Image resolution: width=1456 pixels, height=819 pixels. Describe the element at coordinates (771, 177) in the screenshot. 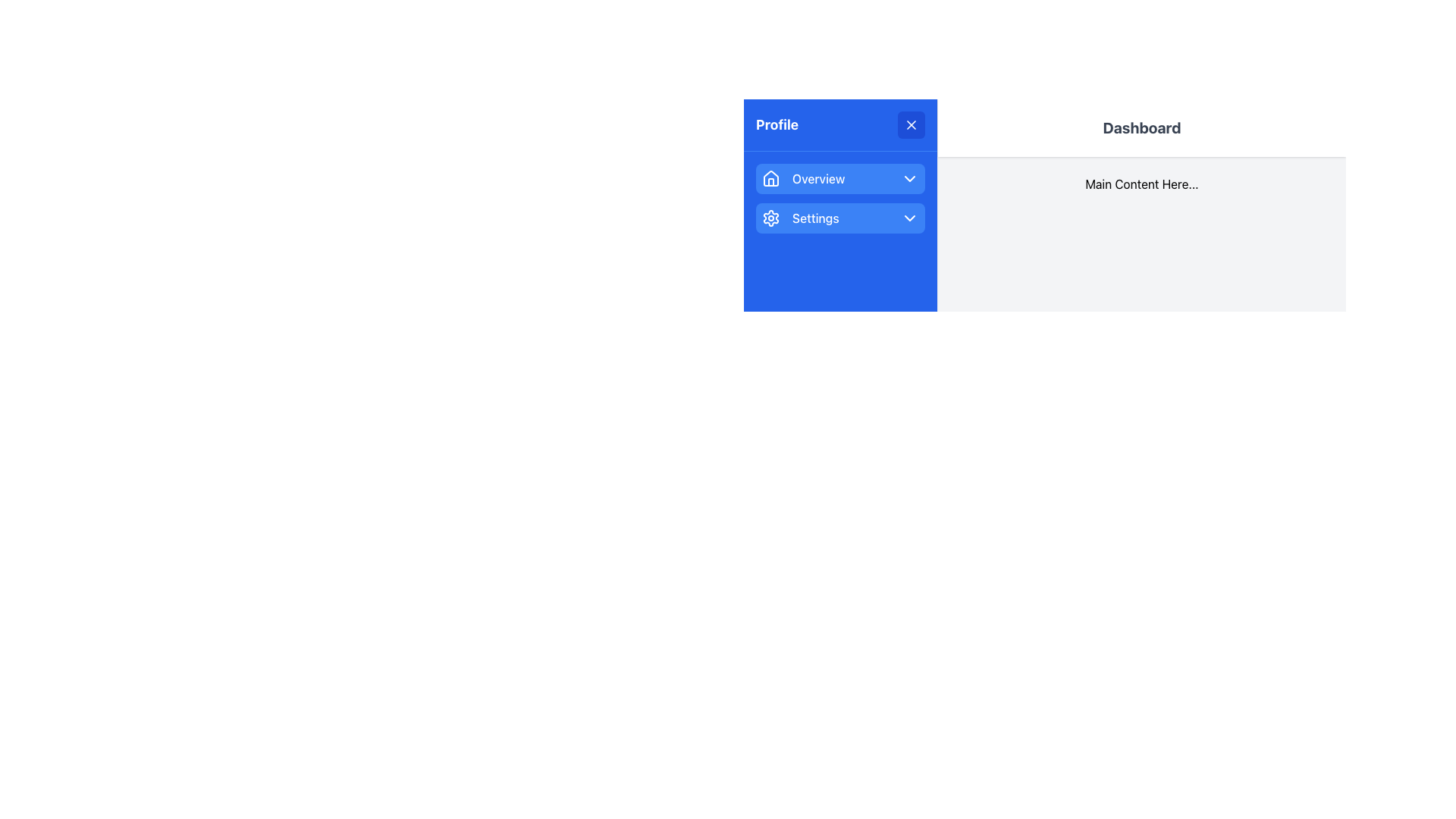

I see `the 'Overview' button associated with the house icon, which is a white outline inside a blue rectangular button, positioned at the leftmost side of the button group` at that location.